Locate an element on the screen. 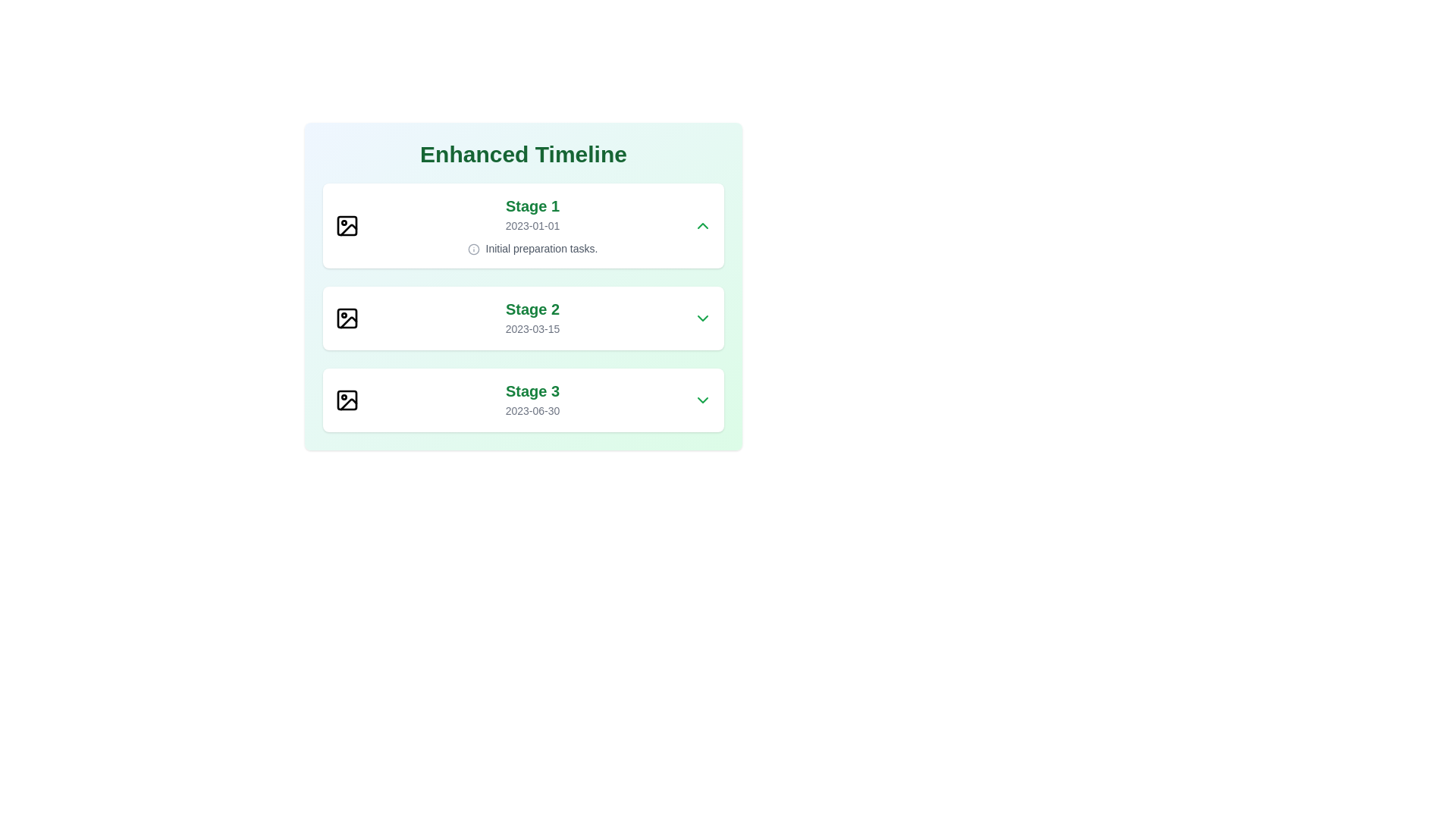 The height and width of the screenshot is (819, 1456). the text label displaying 'Stage 1', which is bold and green, positioned above '2023-01-01' is located at coordinates (532, 206).